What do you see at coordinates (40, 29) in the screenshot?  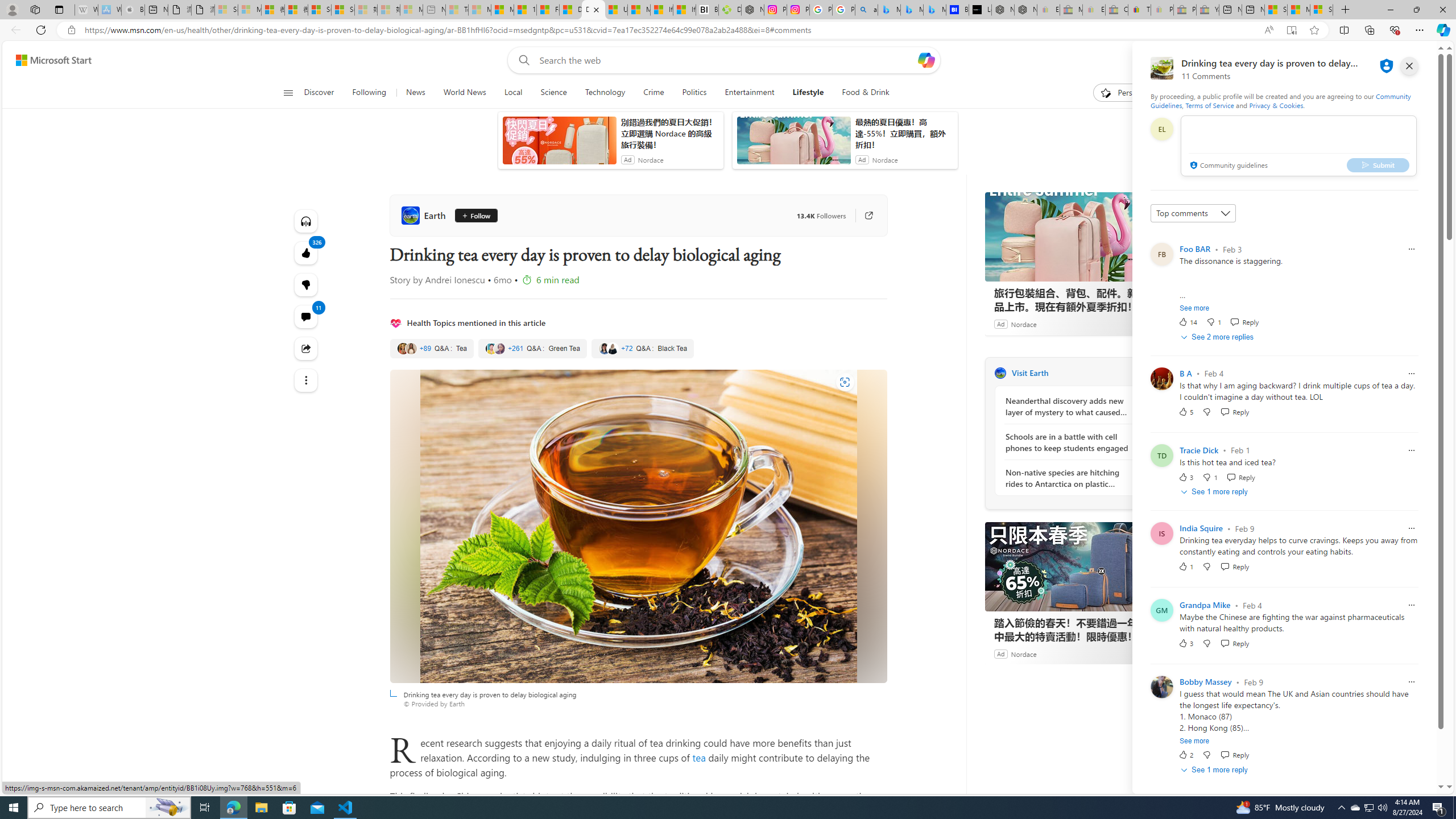 I see `'Refresh'` at bounding box center [40, 29].